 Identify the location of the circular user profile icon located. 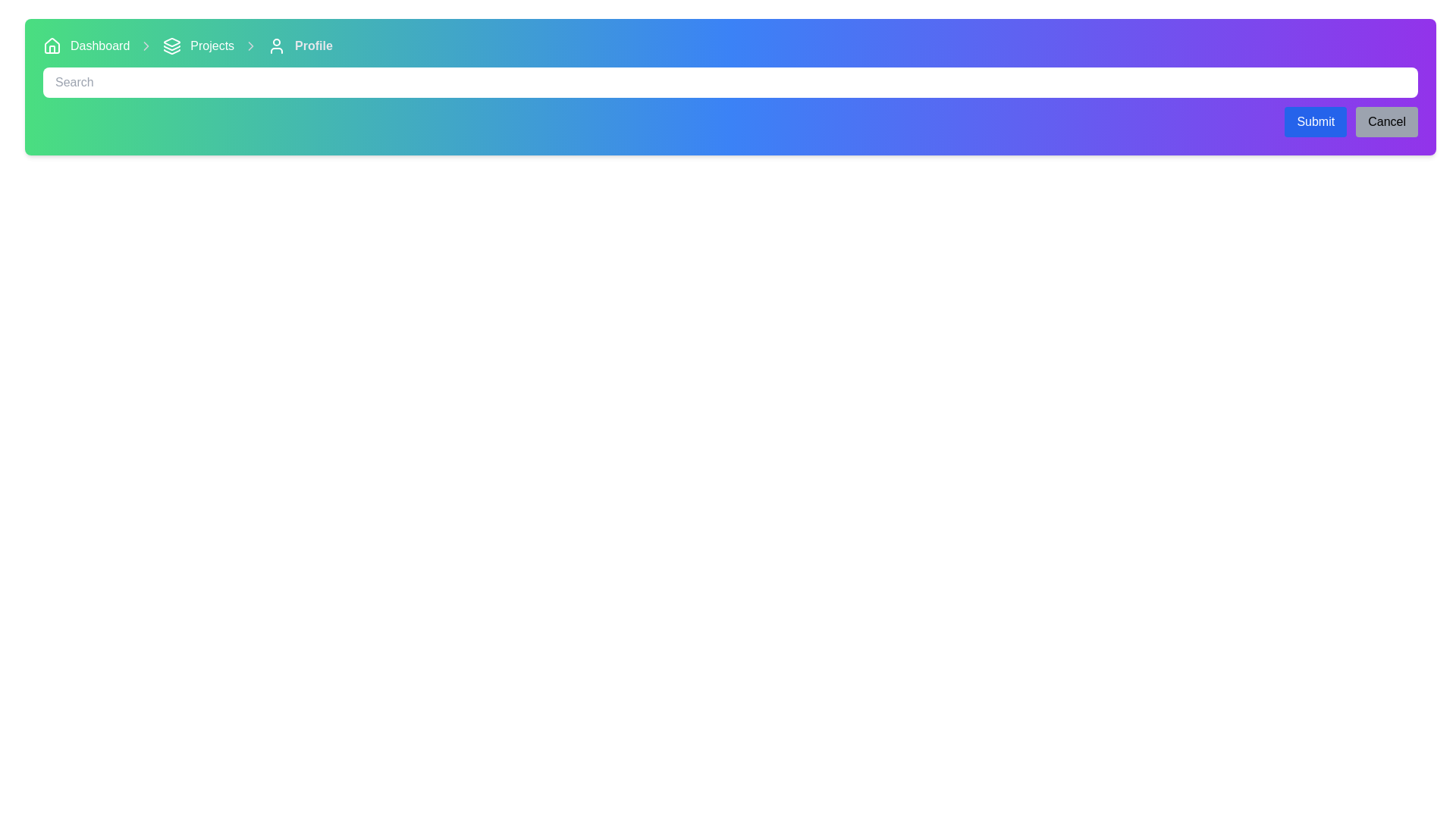
(276, 45).